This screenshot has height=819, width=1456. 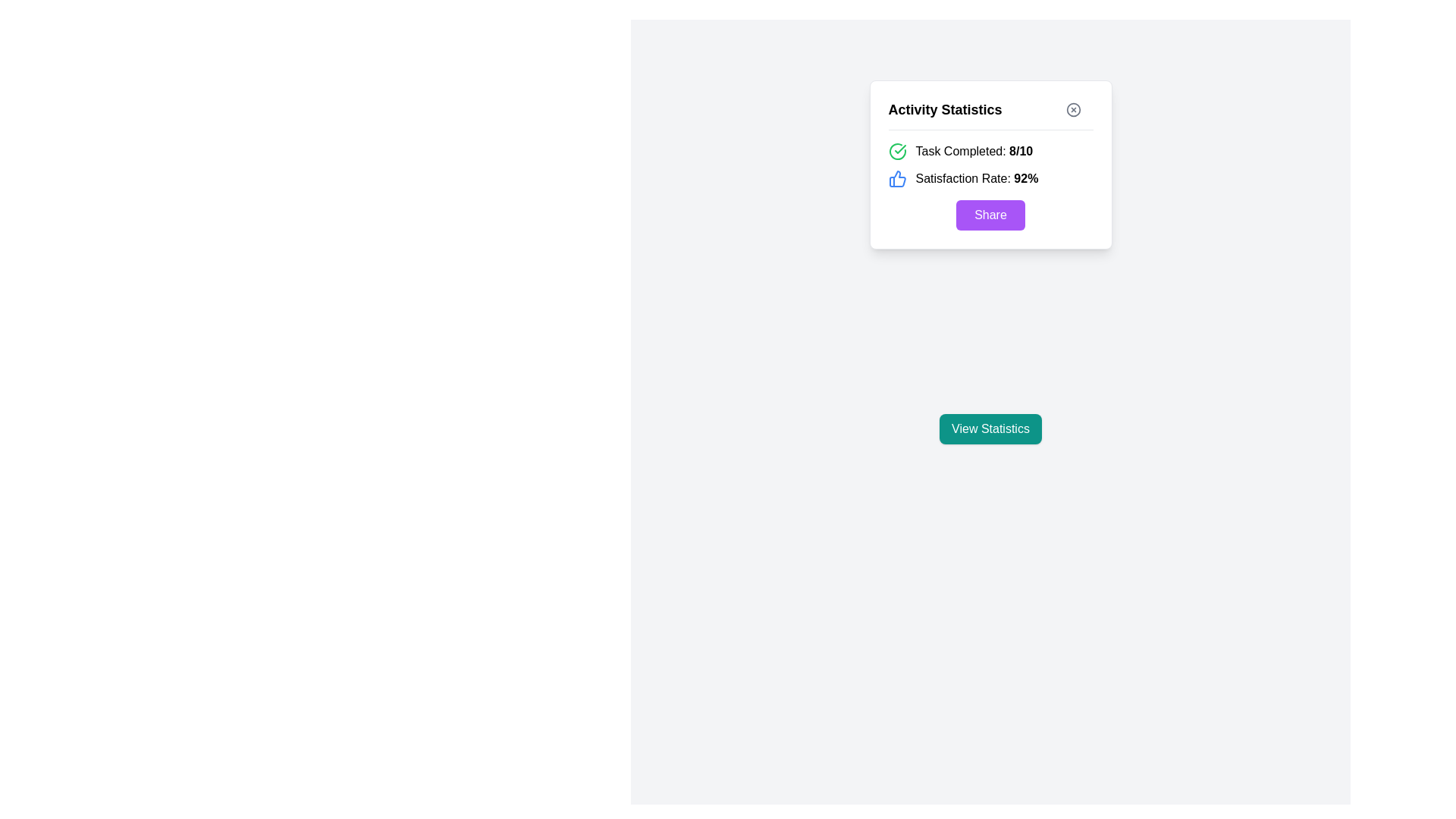 I want to click on the completion status icon located in the top-left corner of the white card labeled 'Activity Statistics', which is visually grouped with the text 'Task Completed: 8/10', so click(x=897, y=152).